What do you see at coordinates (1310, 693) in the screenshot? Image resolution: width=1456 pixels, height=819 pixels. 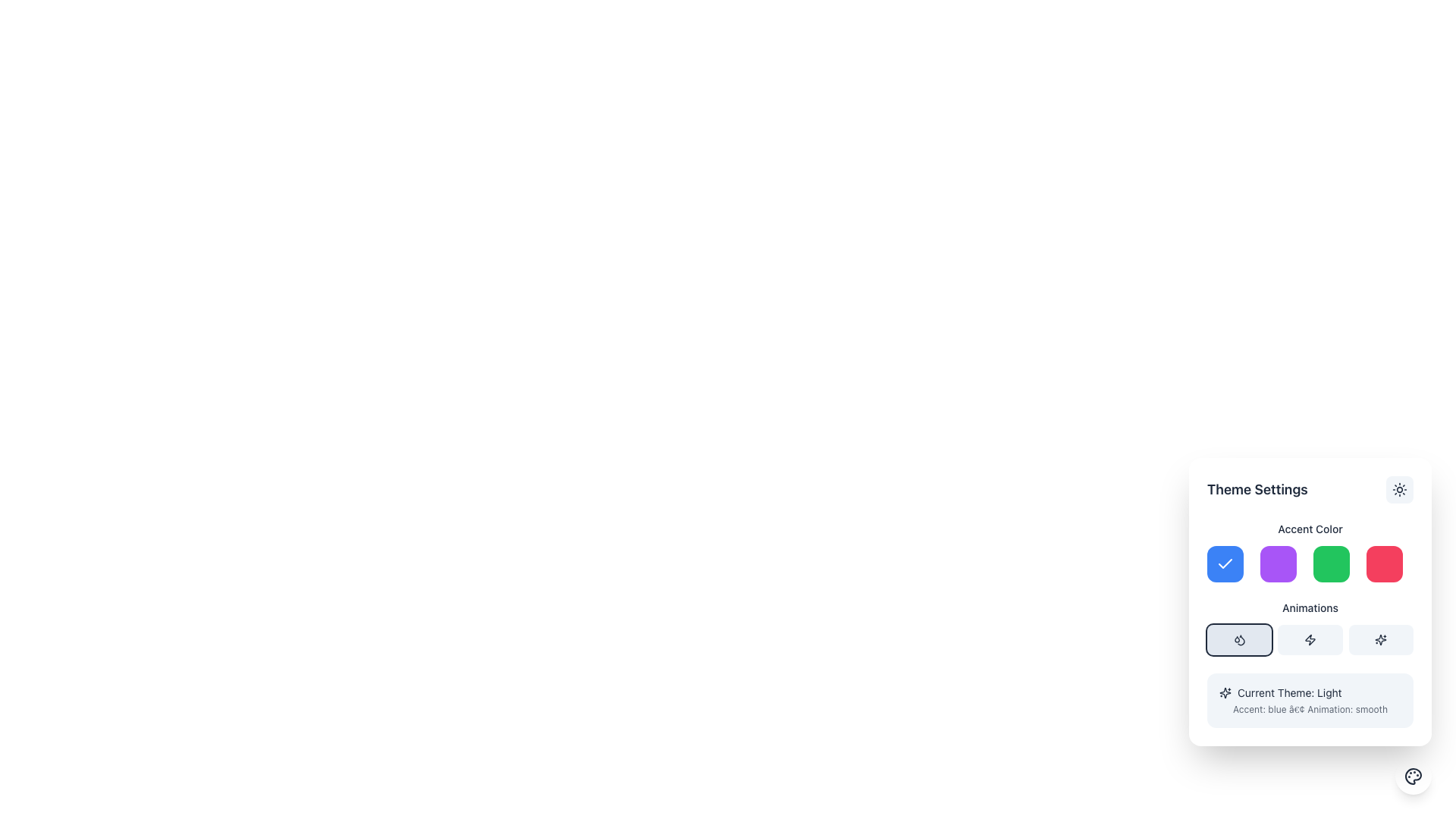 I see `the static informational label indicating the current theme setting, which displays 'Light', located in the 'Theme Settings' panel below 'Accent Color' and 'Animations'` at bounding box center [1310, 693].